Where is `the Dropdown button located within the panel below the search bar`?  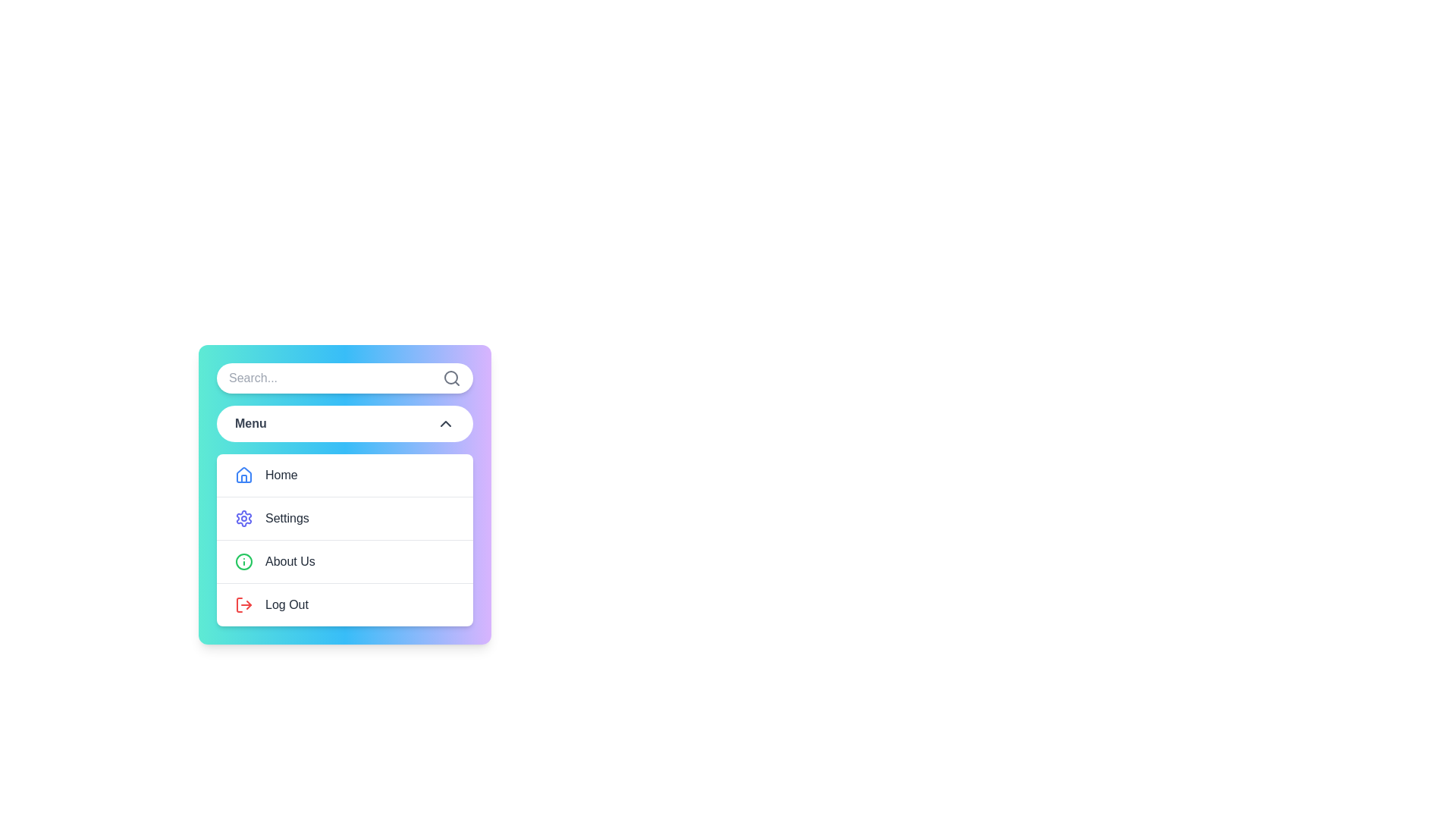 the Dropdown button located within the panel below the search bar is located at coordinates (344, 424).